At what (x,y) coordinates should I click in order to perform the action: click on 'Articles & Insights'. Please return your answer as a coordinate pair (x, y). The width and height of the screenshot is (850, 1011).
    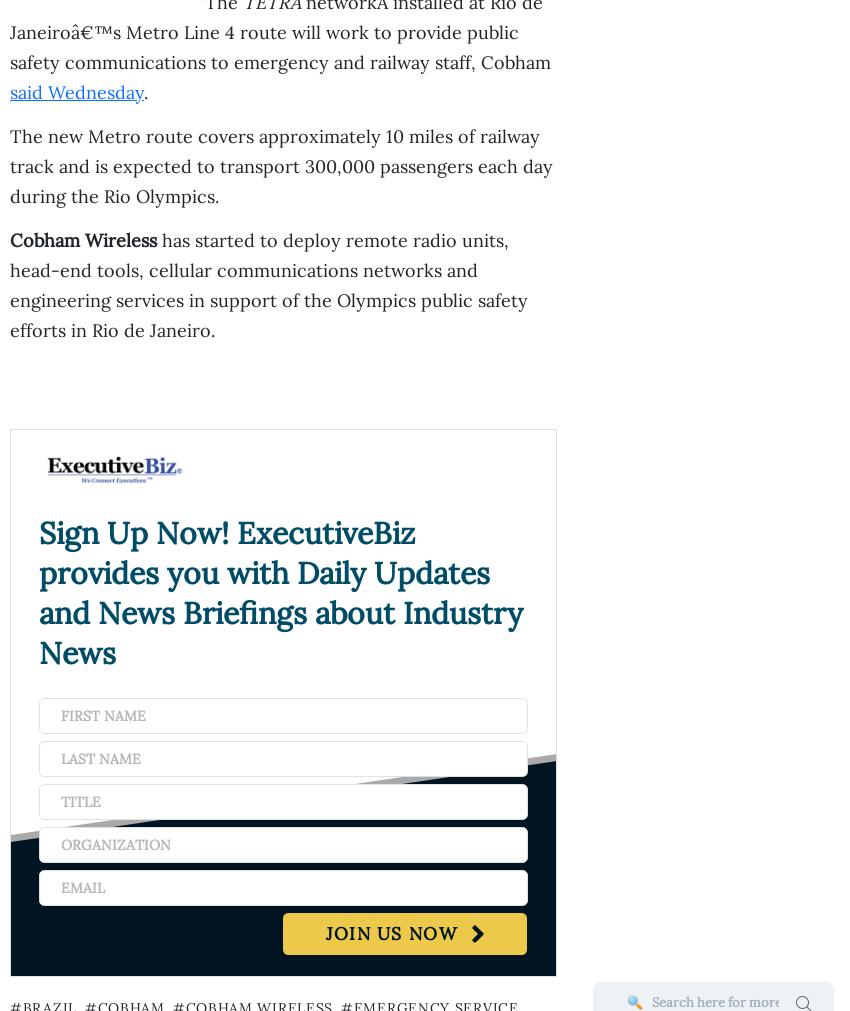
    Looking at the image, I should click on (9, 510).